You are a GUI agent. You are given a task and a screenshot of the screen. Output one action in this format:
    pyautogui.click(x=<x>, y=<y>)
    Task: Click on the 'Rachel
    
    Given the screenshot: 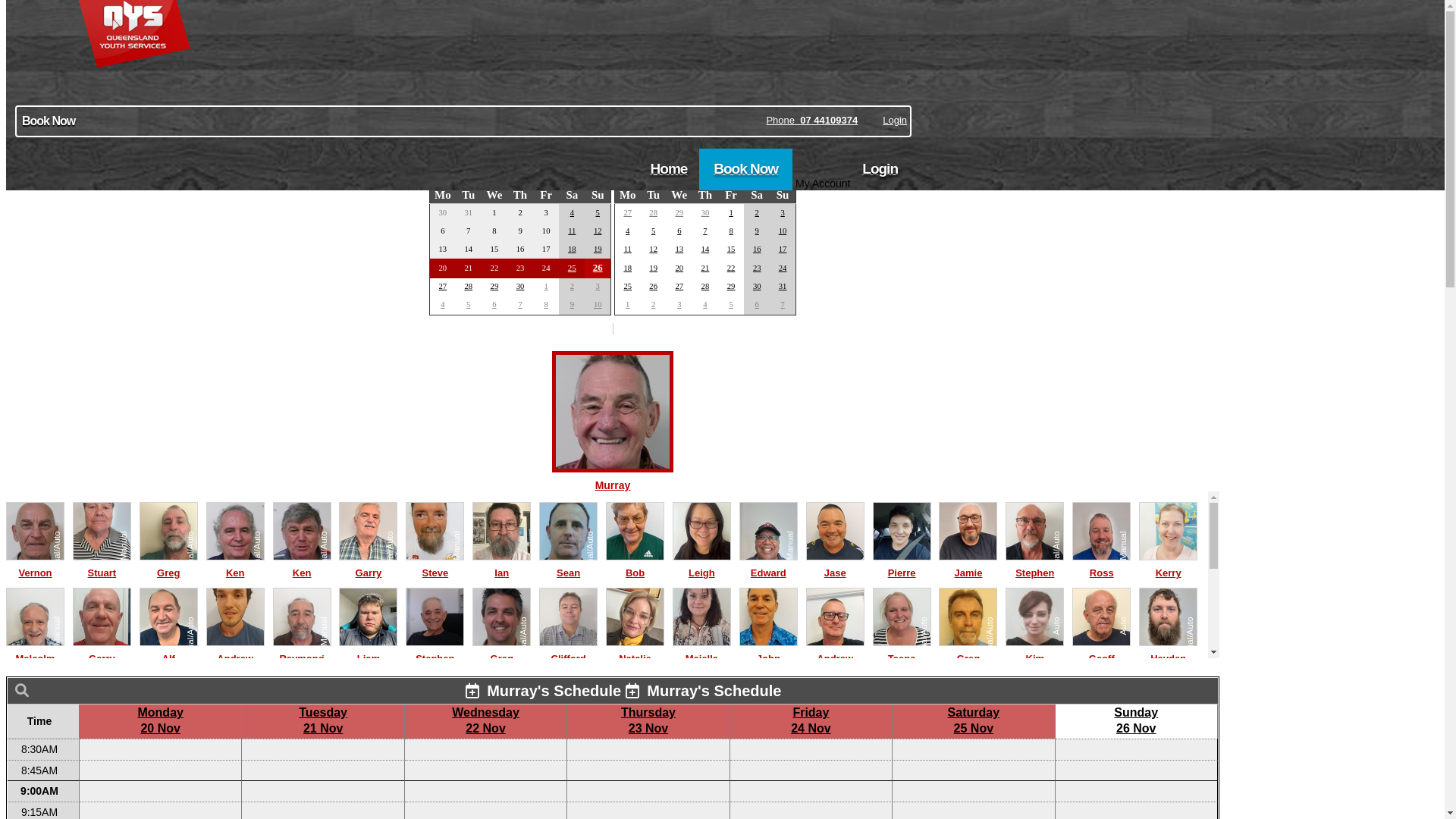 What is the action you would take?
    pyautogui.click(x=1167, y=736)
    